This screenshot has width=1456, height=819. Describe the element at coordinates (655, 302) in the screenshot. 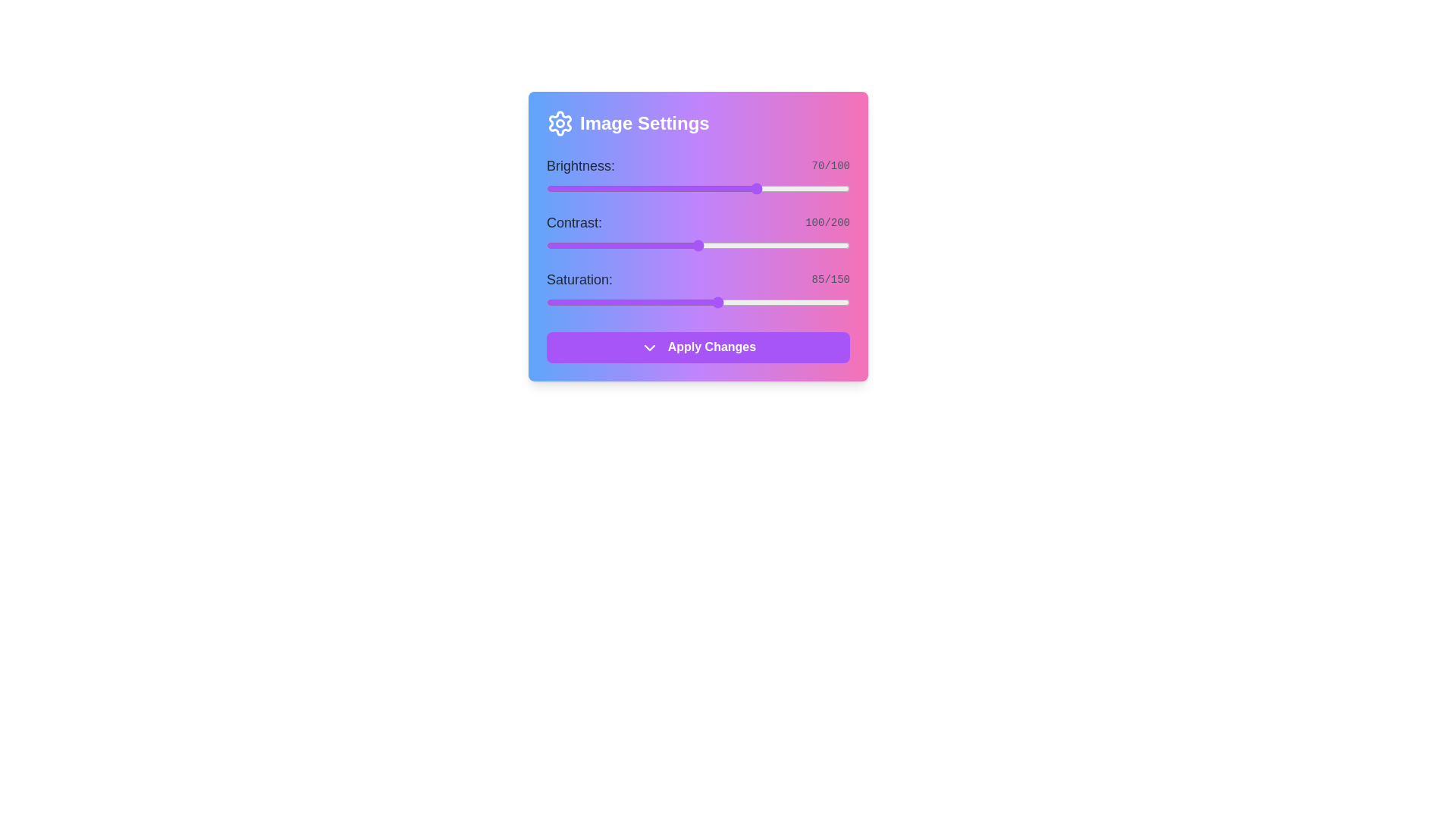

I see `the saturation slider to 54 level` at that location.